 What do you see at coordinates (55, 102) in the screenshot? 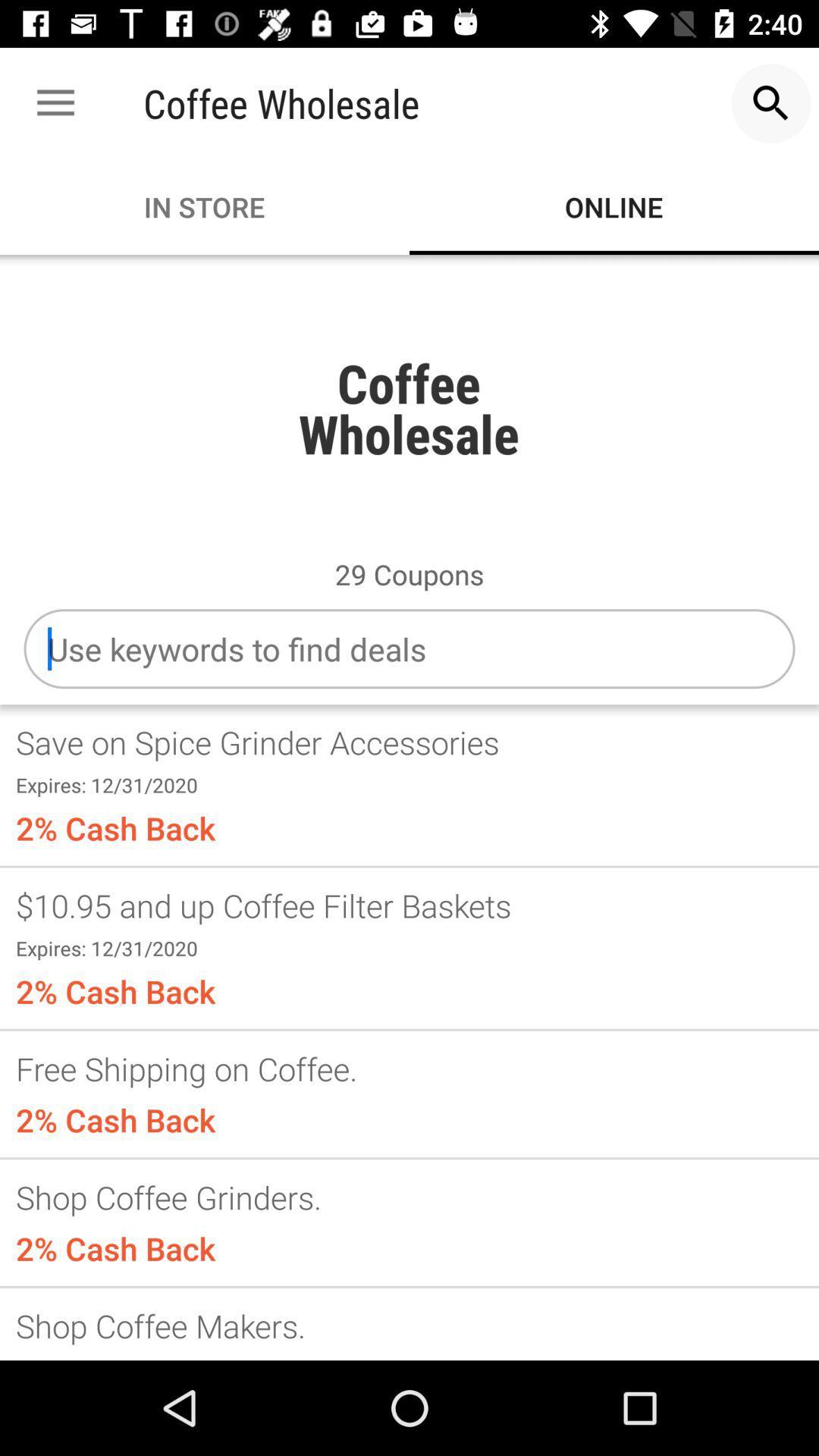
I see `the icon to the left of the coffee wholesale app` at bounding box center [55, 102].